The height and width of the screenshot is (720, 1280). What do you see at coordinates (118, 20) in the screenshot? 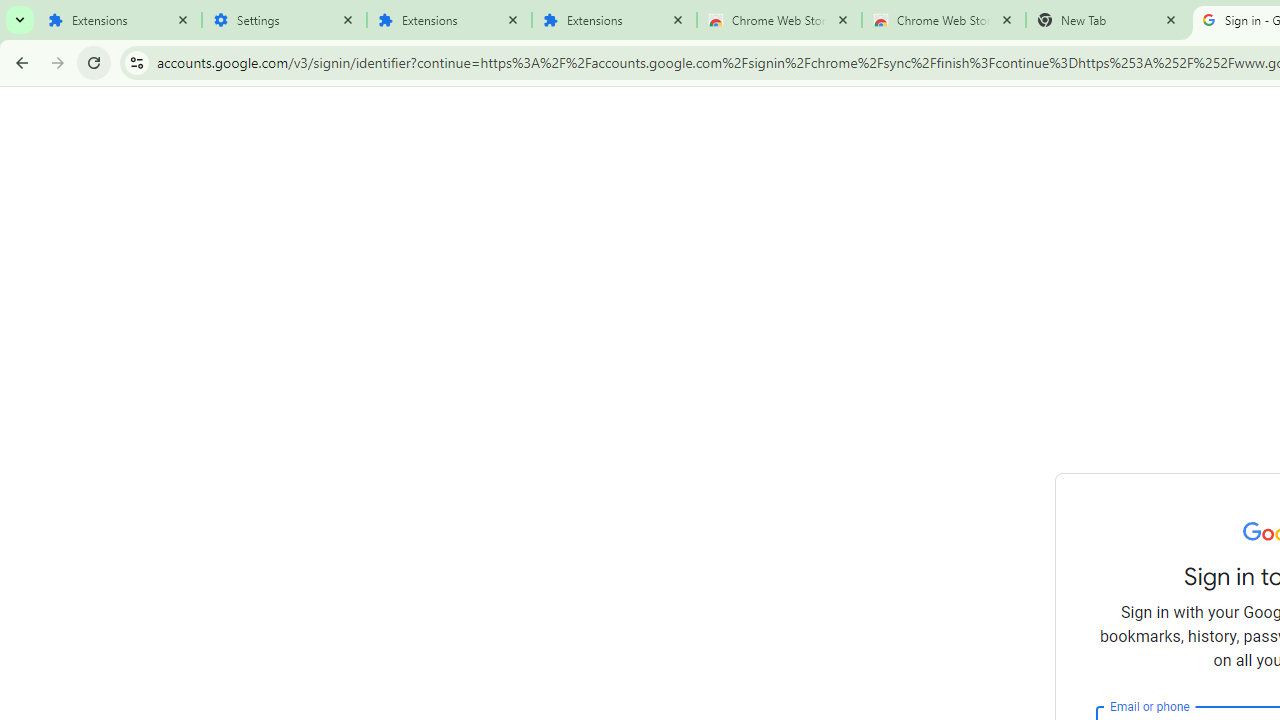
I see `'Extensions'` at bounding box center [118, 20].